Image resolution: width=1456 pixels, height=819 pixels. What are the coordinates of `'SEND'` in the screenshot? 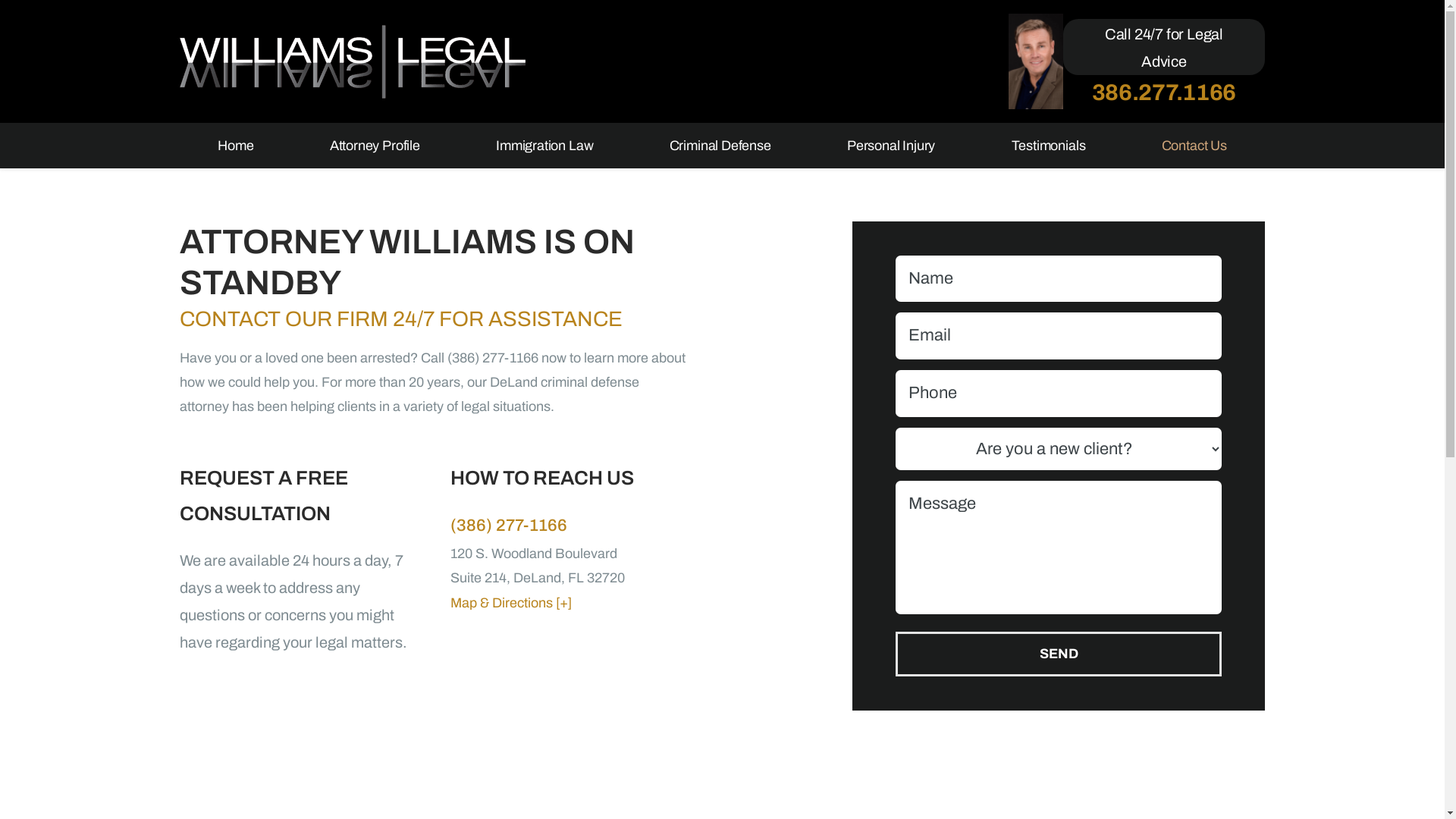 It's located at (1057, 652).